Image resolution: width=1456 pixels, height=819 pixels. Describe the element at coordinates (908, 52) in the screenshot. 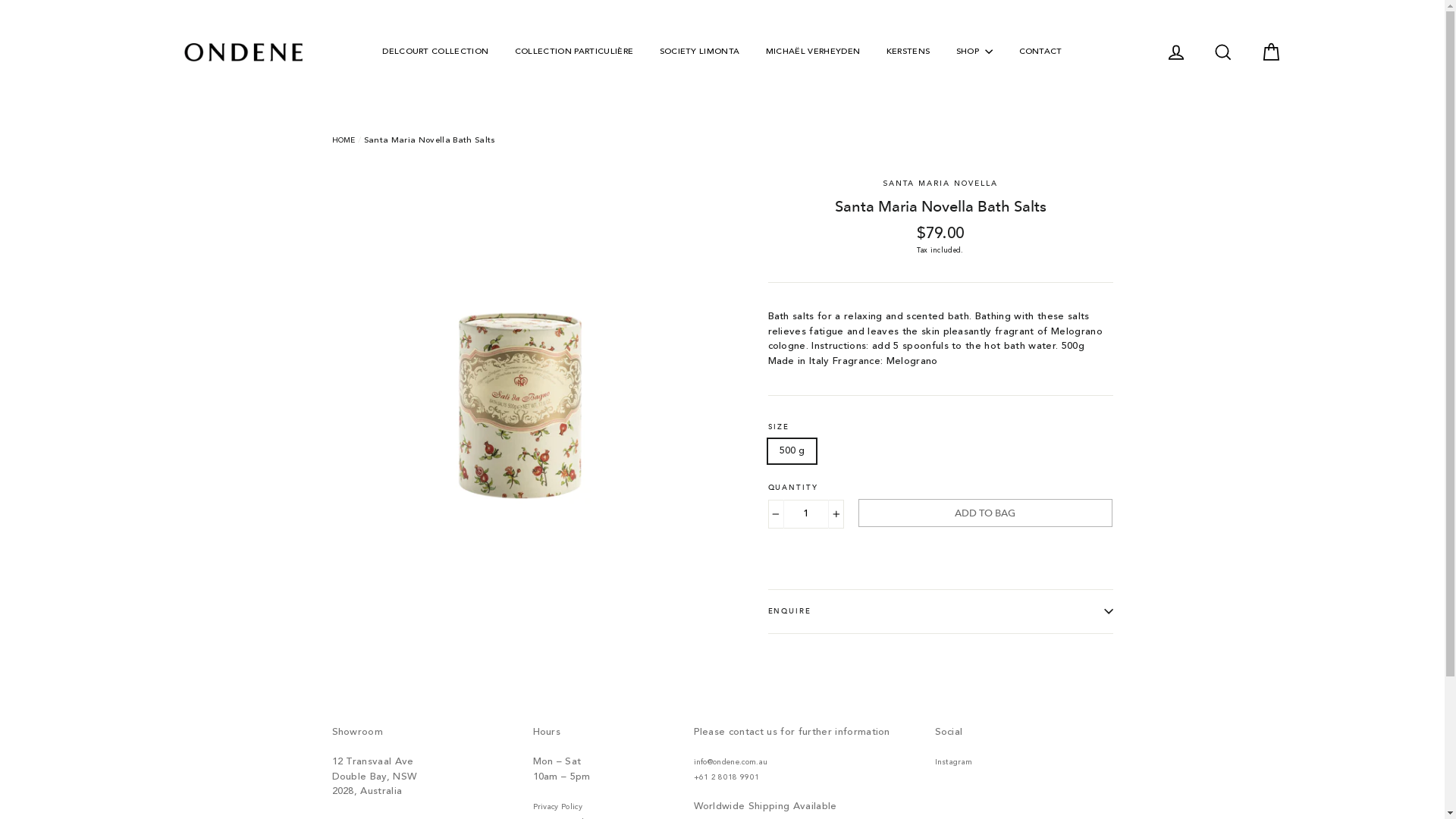

I see `'KERSTENS'` at that location.